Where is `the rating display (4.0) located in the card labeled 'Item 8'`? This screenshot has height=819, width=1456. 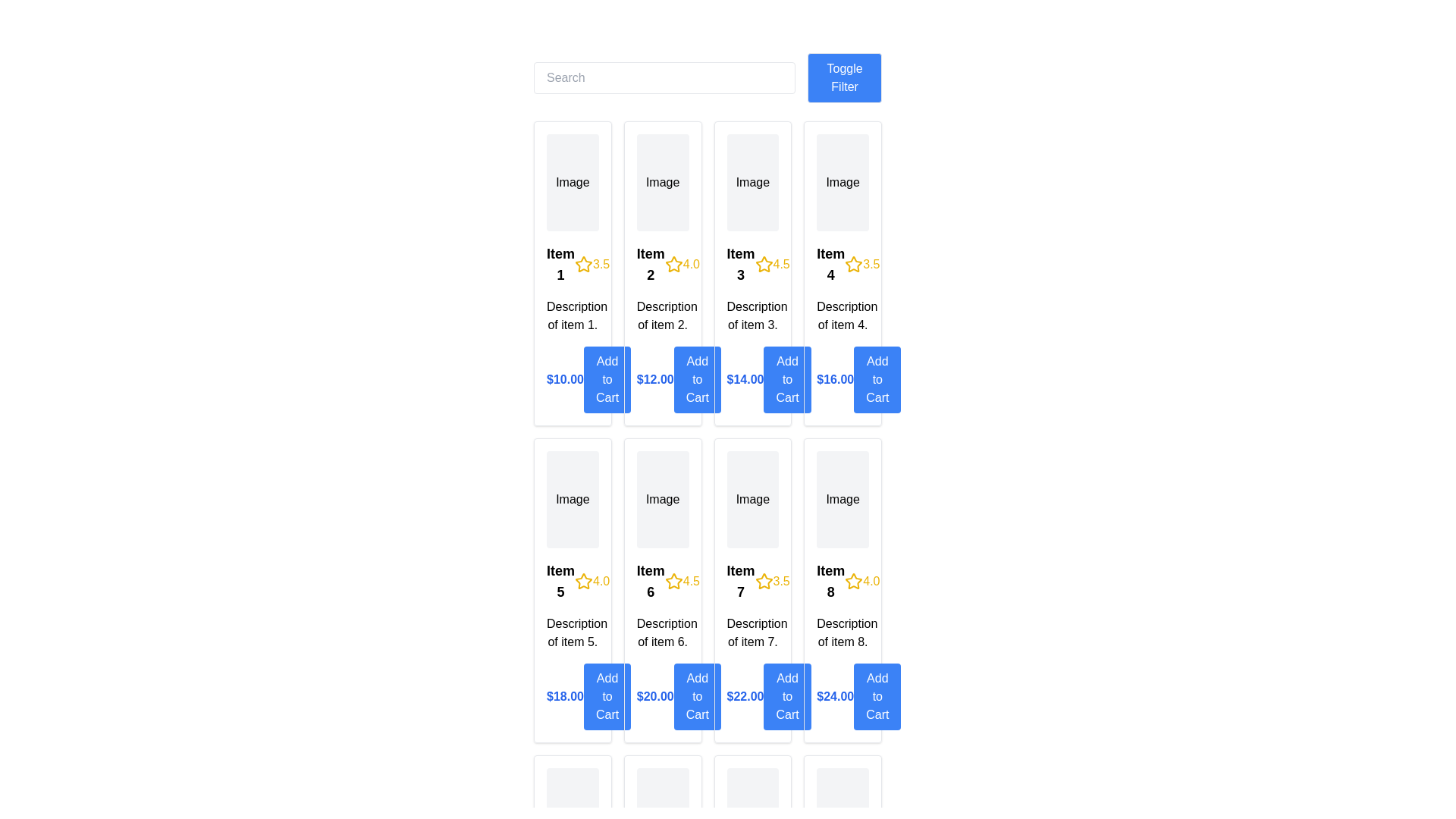
the rating display (4.0) located in the card labeled 'Item 8' is located at coordinates (862, 581).